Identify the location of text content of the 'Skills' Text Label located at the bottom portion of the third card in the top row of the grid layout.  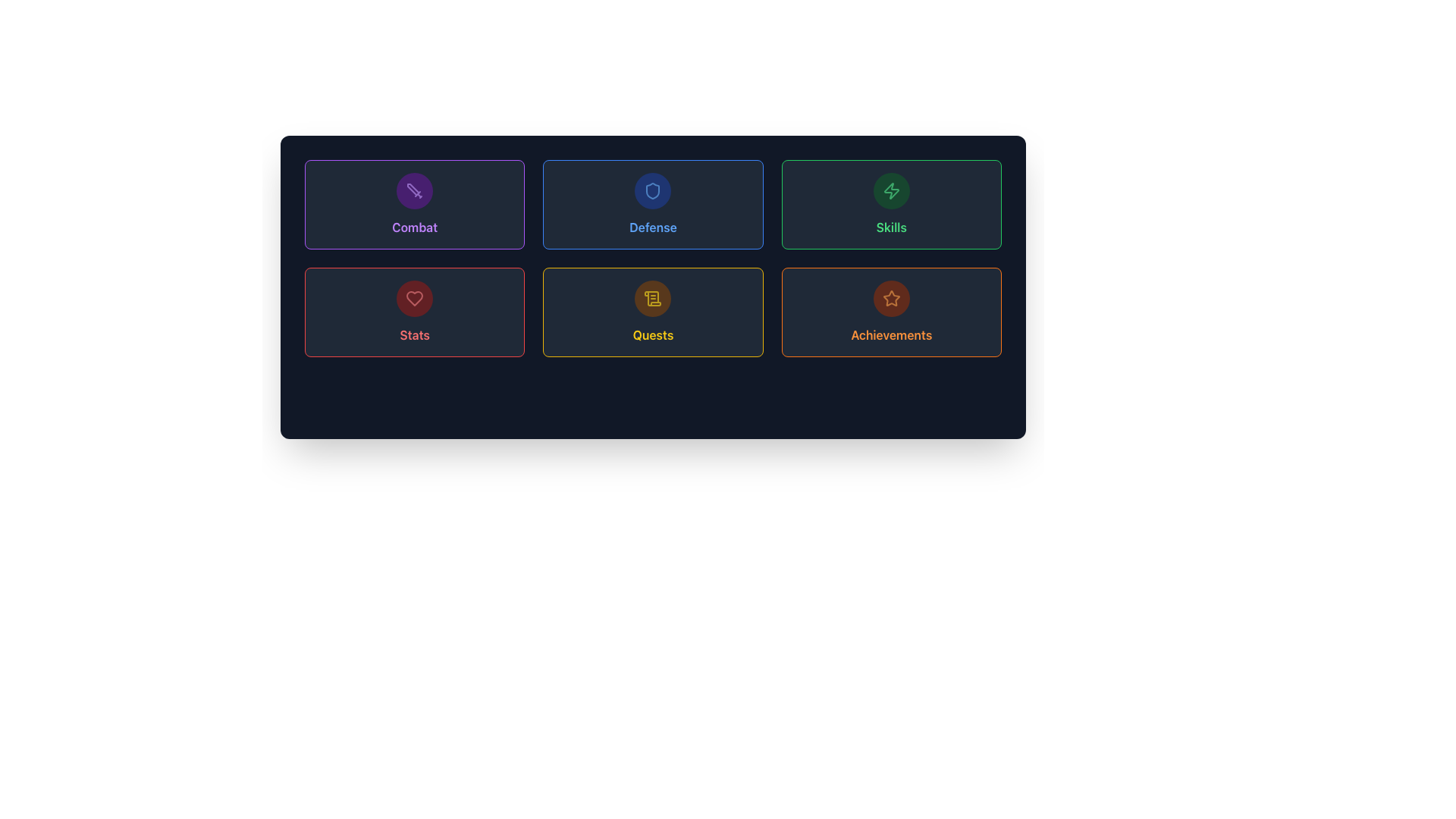
(891, 227).